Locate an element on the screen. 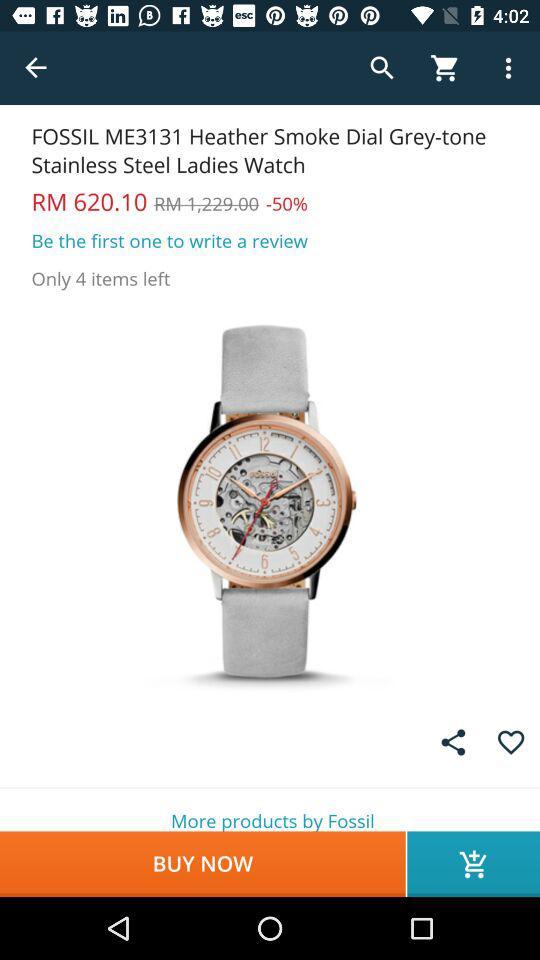  item above only 4 items item is located at coordinates (168, 240).